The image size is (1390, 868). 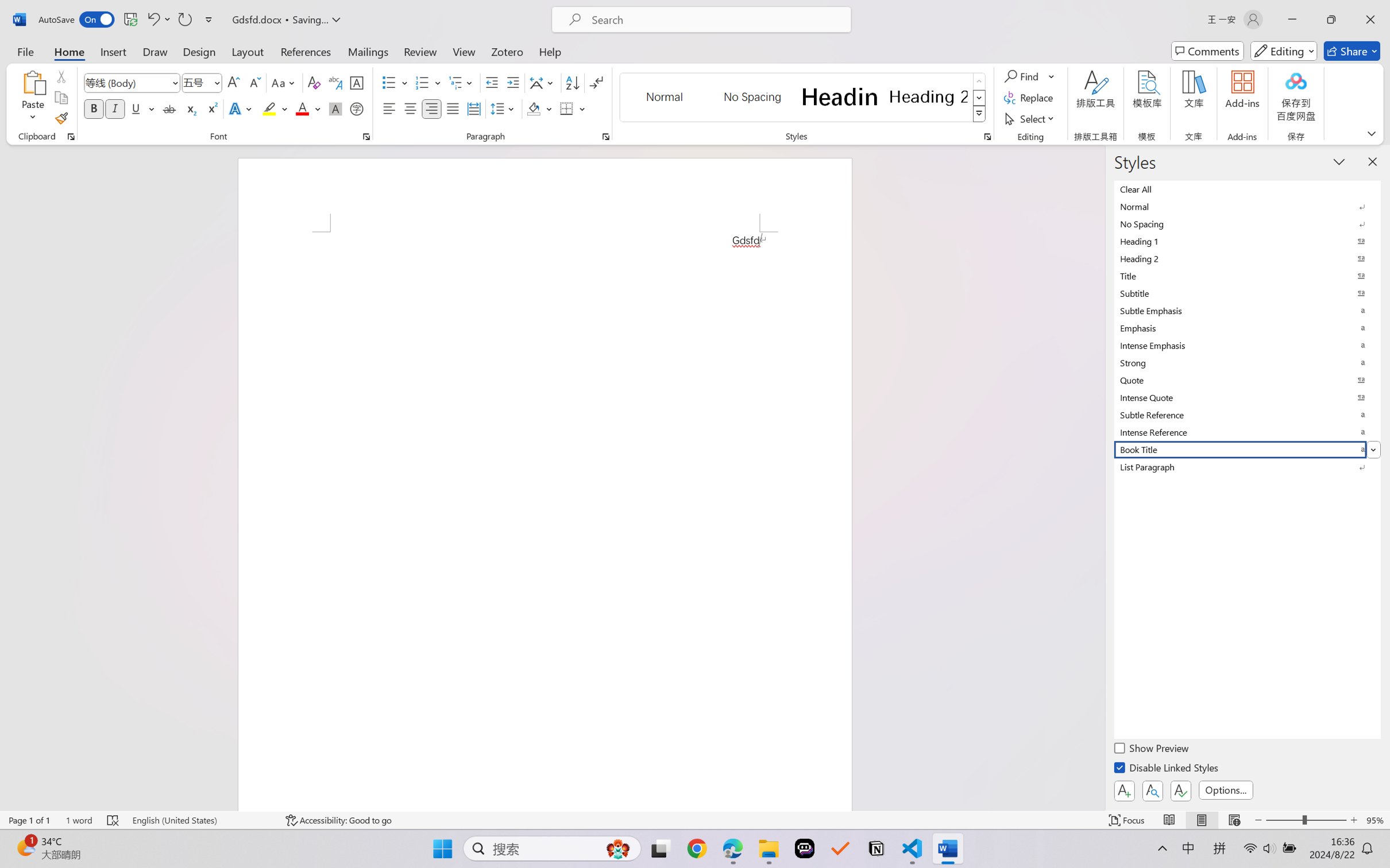 I want to click on 'Select', so click(x=1031, y=119).